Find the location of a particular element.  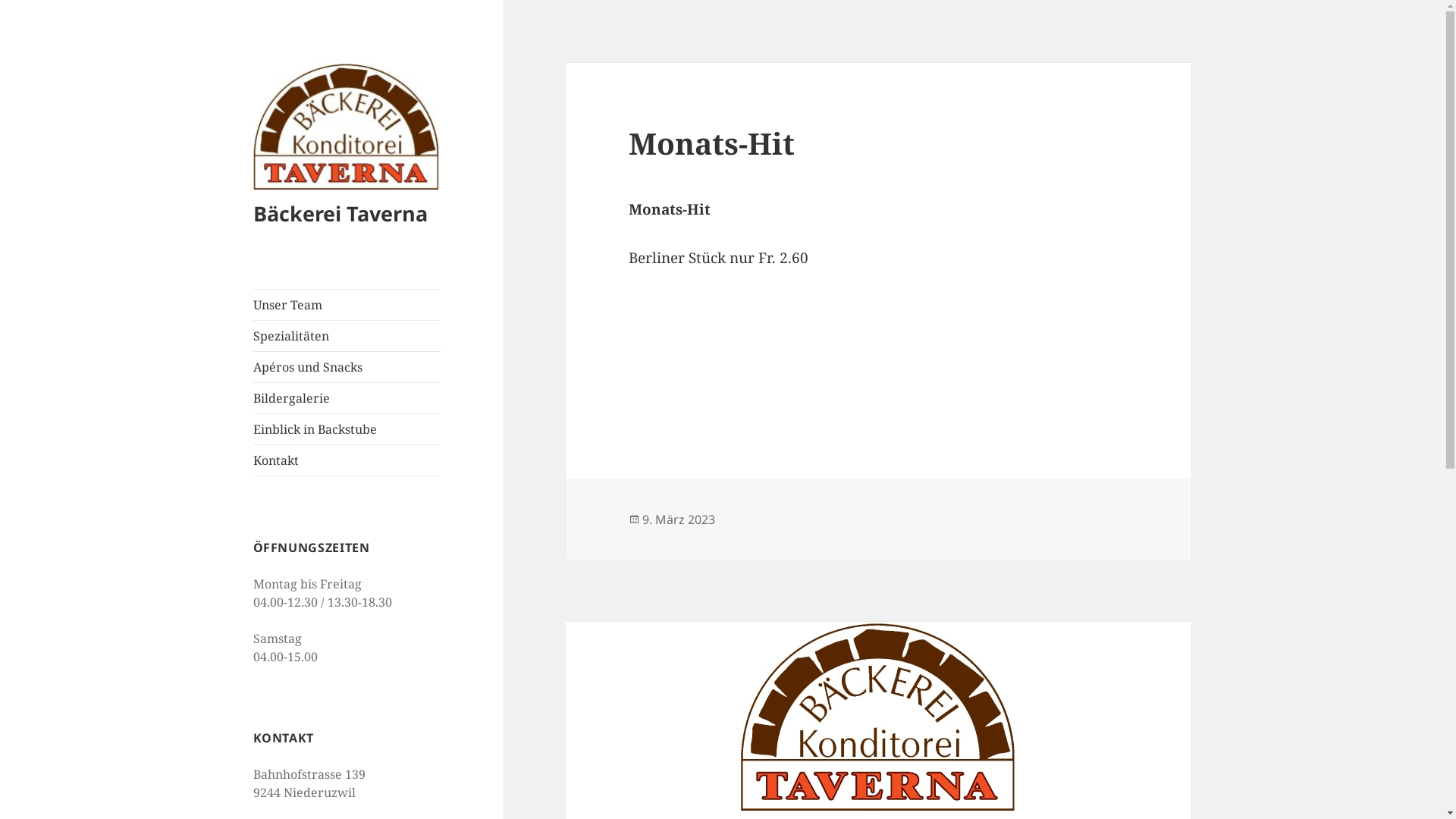

'Kontakt' is located at coordinates (346, 459).